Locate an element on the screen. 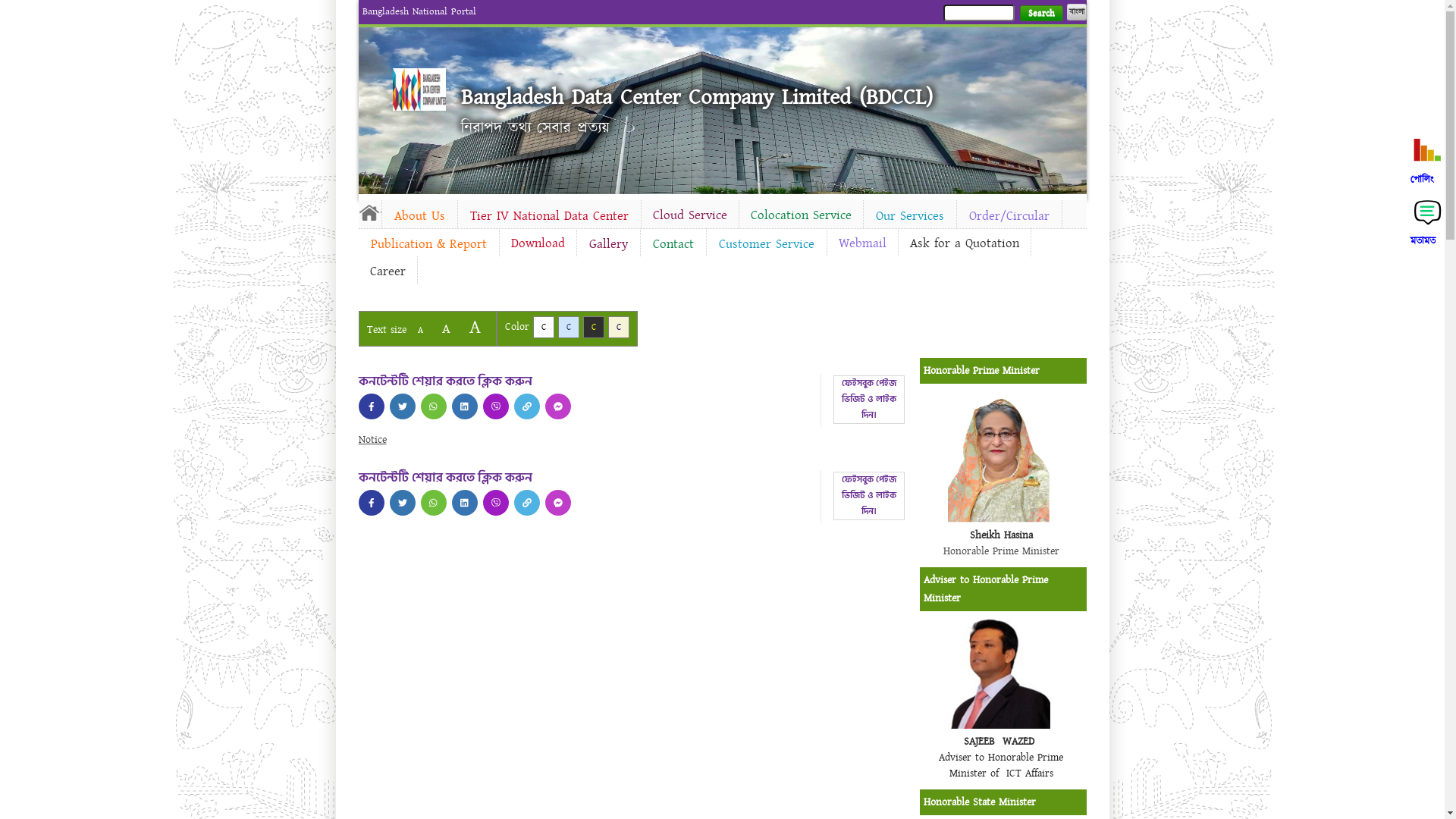  'Tier IV National Data Center' is located at coordinates (548, 216).